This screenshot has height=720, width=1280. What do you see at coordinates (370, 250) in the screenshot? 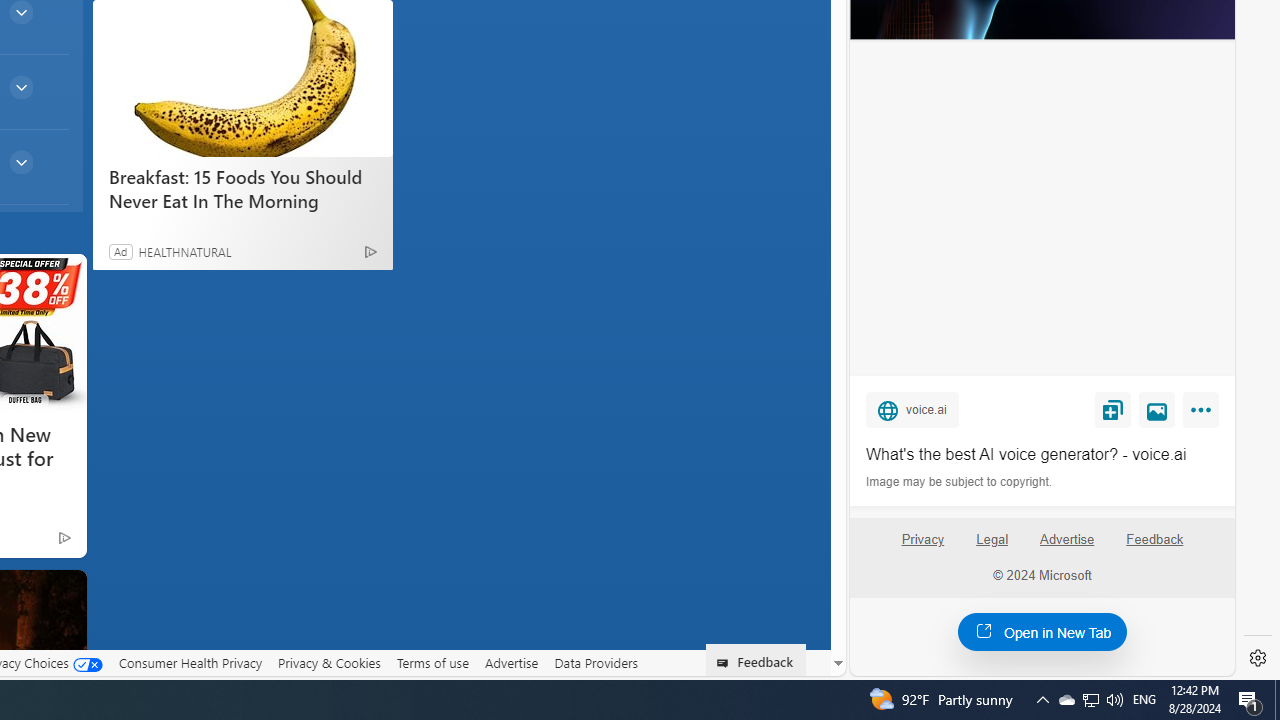
I see `'Ad Choice'` at bounding box center [370, 250].